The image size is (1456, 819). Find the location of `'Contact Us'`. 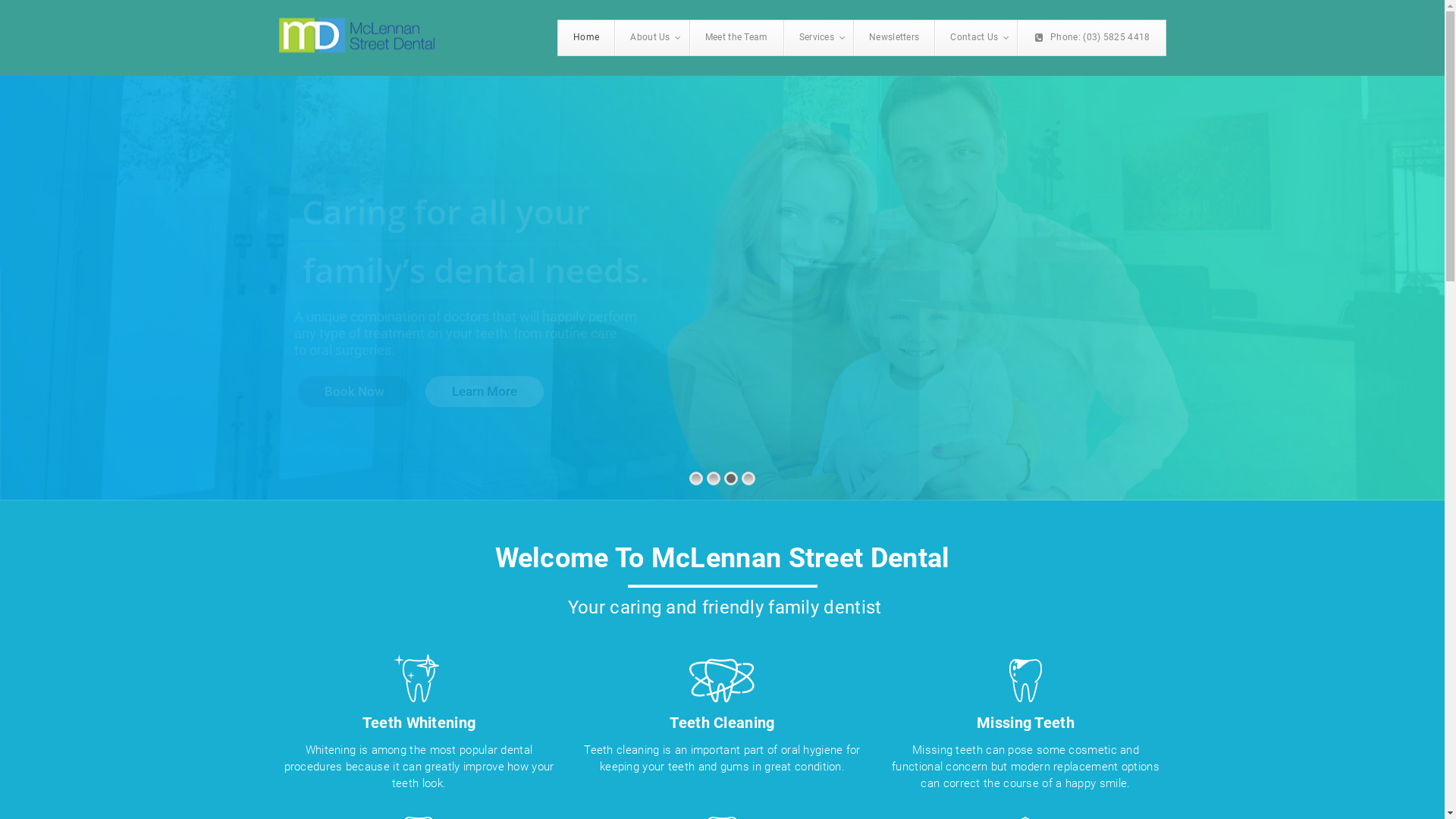

'Contact Us' is located at coordinates (934, 37).